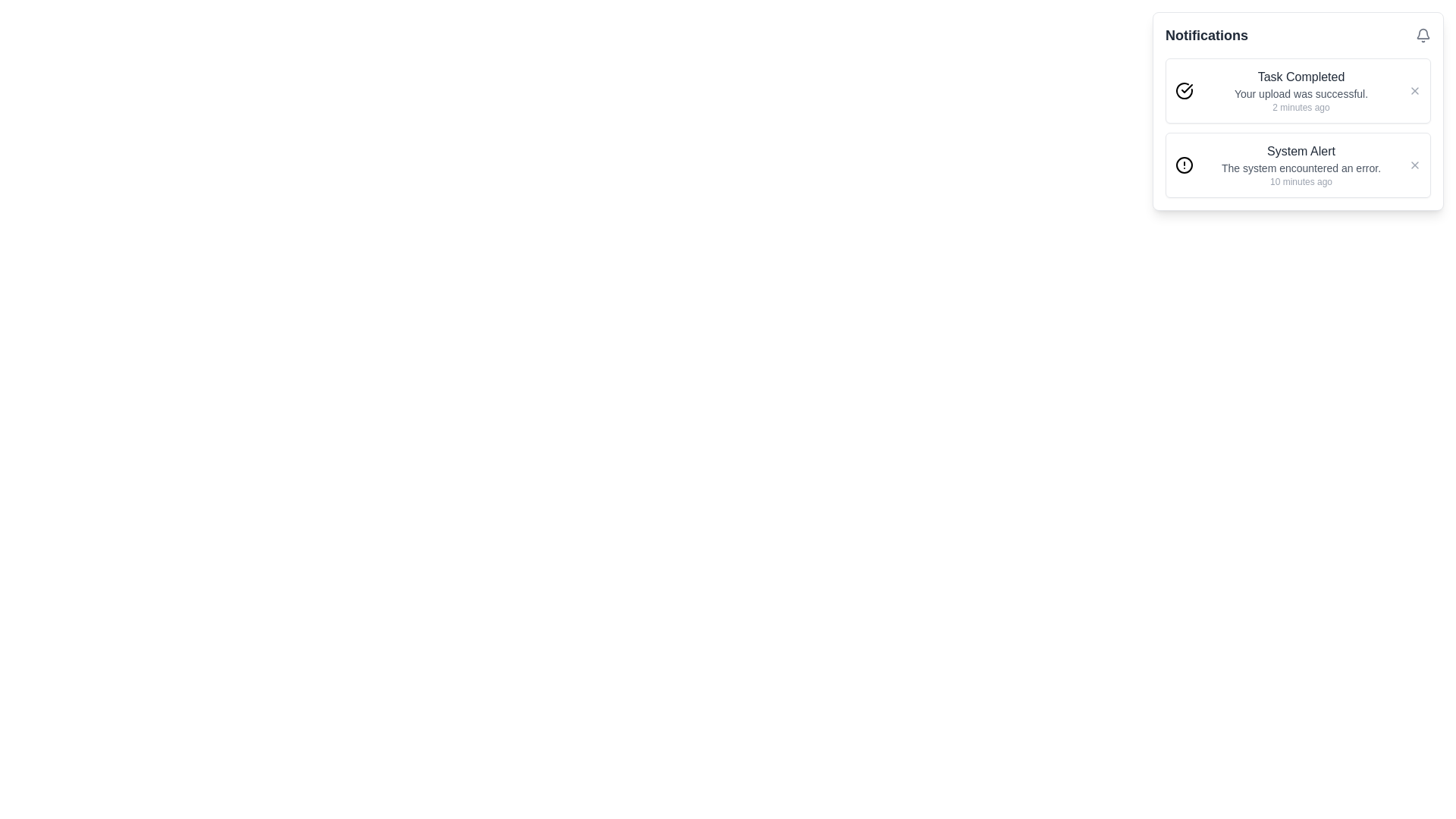 The image size is (1456, 819). I want to click on the bell icon located in the top-right corner of the Notifications panel to interact with notifications, so click(1422, 34).